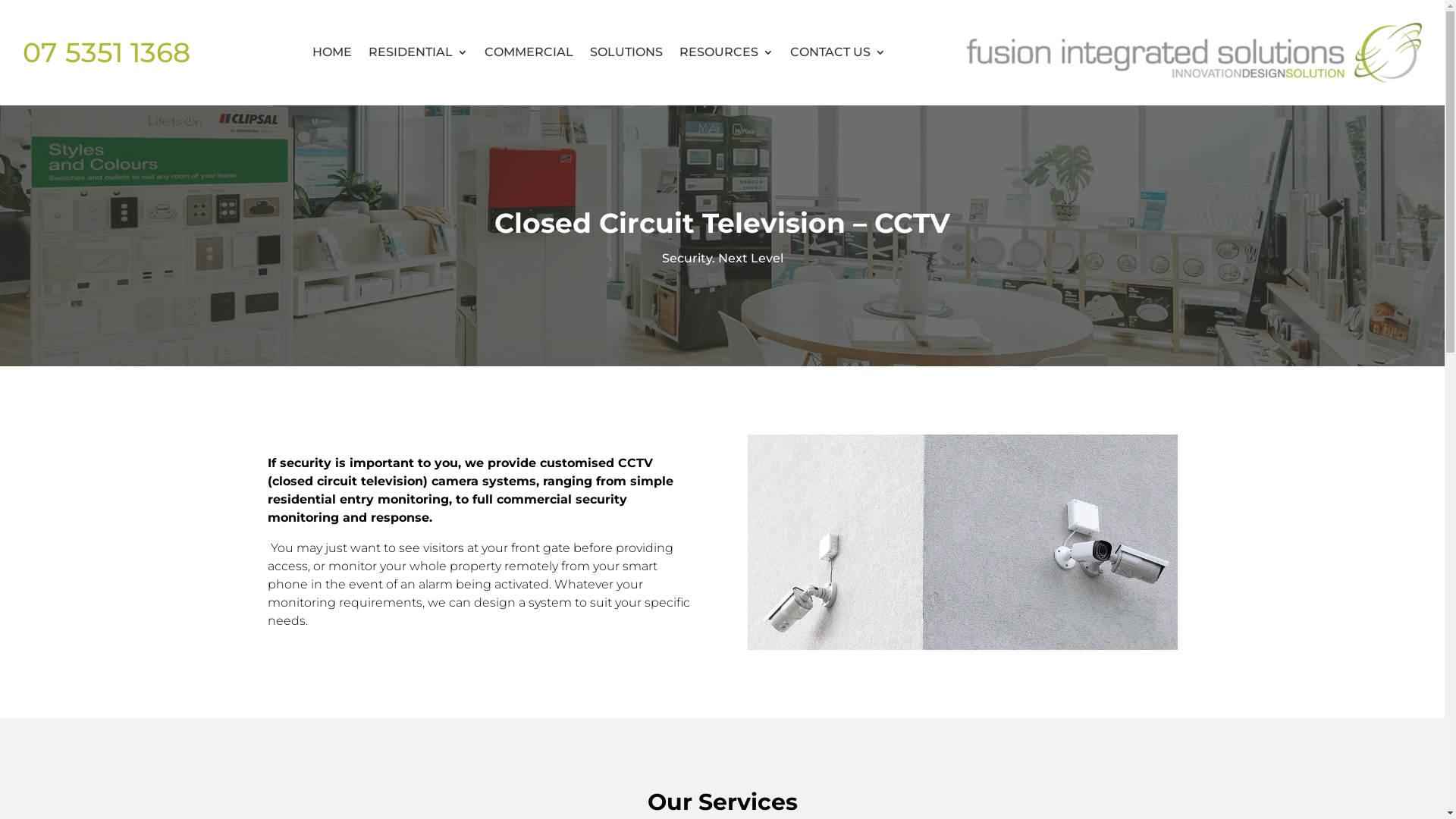 This screenshot has width=1456, height=819. I want to click on 'RESIDENTIAL', so click(418, 52).